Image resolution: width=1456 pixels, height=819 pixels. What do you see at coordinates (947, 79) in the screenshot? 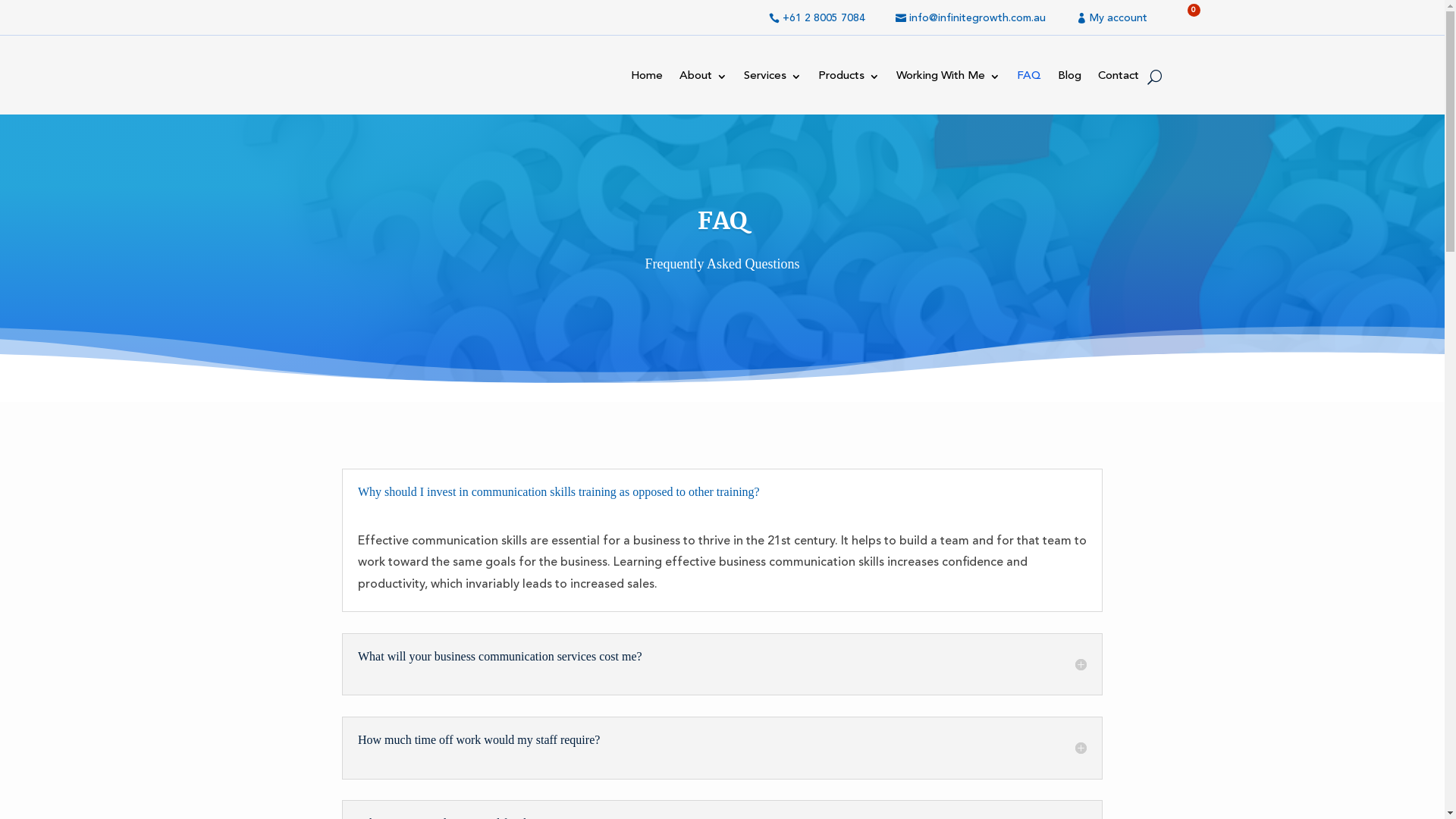
I see `'Working With Me'` at bounding box center [947, 79].